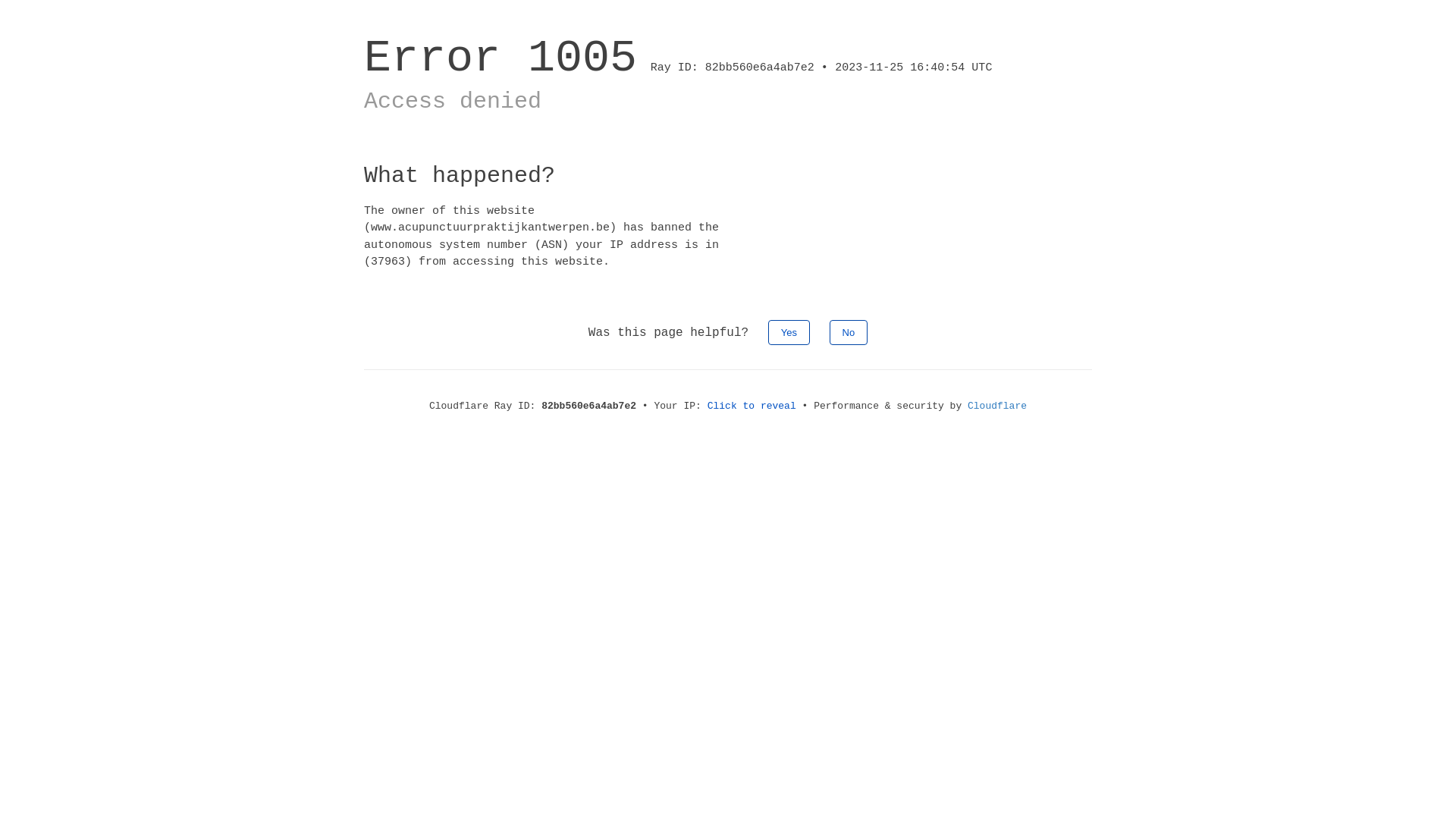 The height and width of the screenshot is (819, 1456). Describe the element at coordinates (789, 331) in the screenshot. I see `'Yes'` at that location.